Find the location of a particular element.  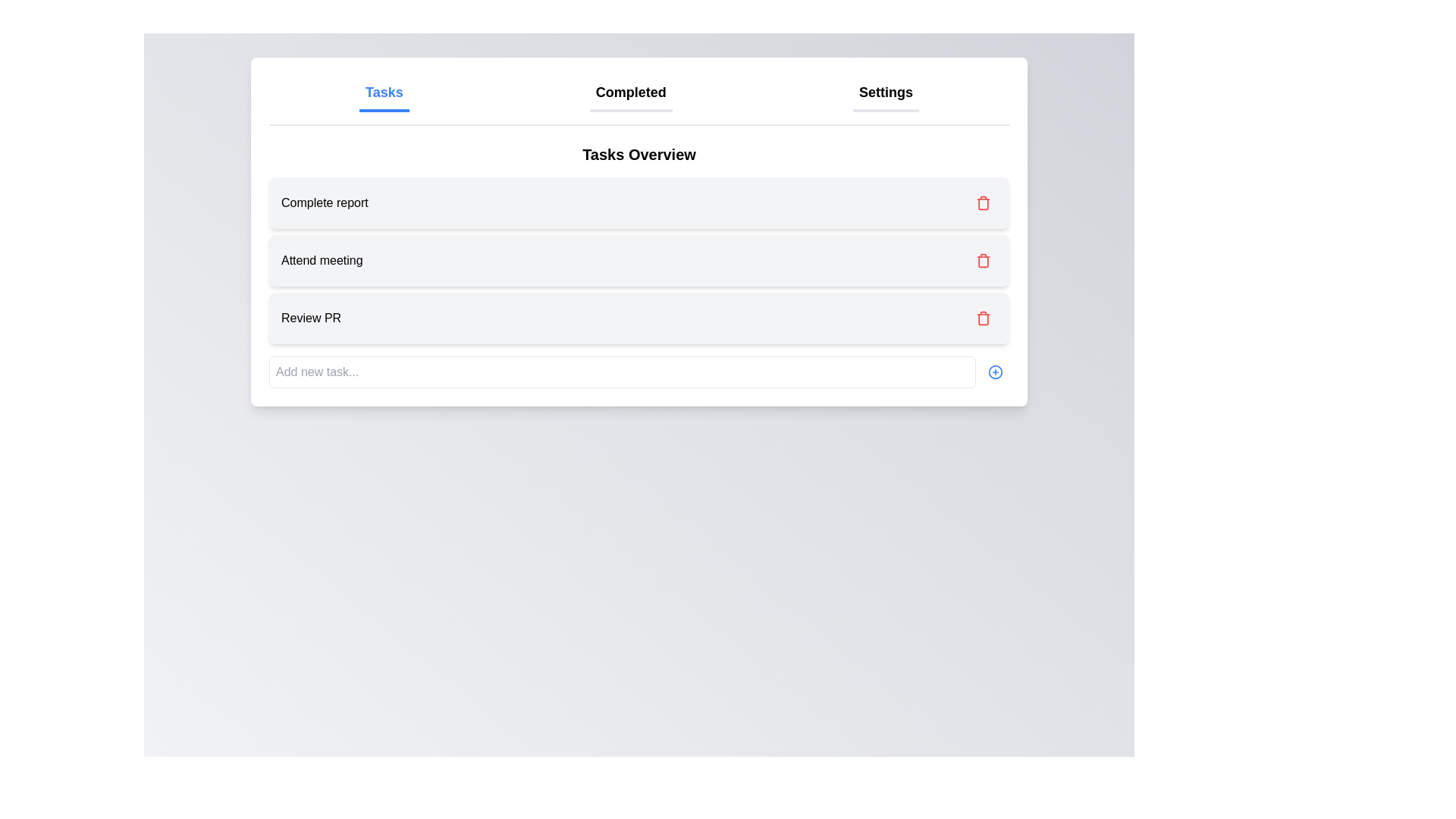

the circular submit button located to the right of the 'Add new task...' input field in the 'Tasks Overview' panel is located at coordinates (996, 372).